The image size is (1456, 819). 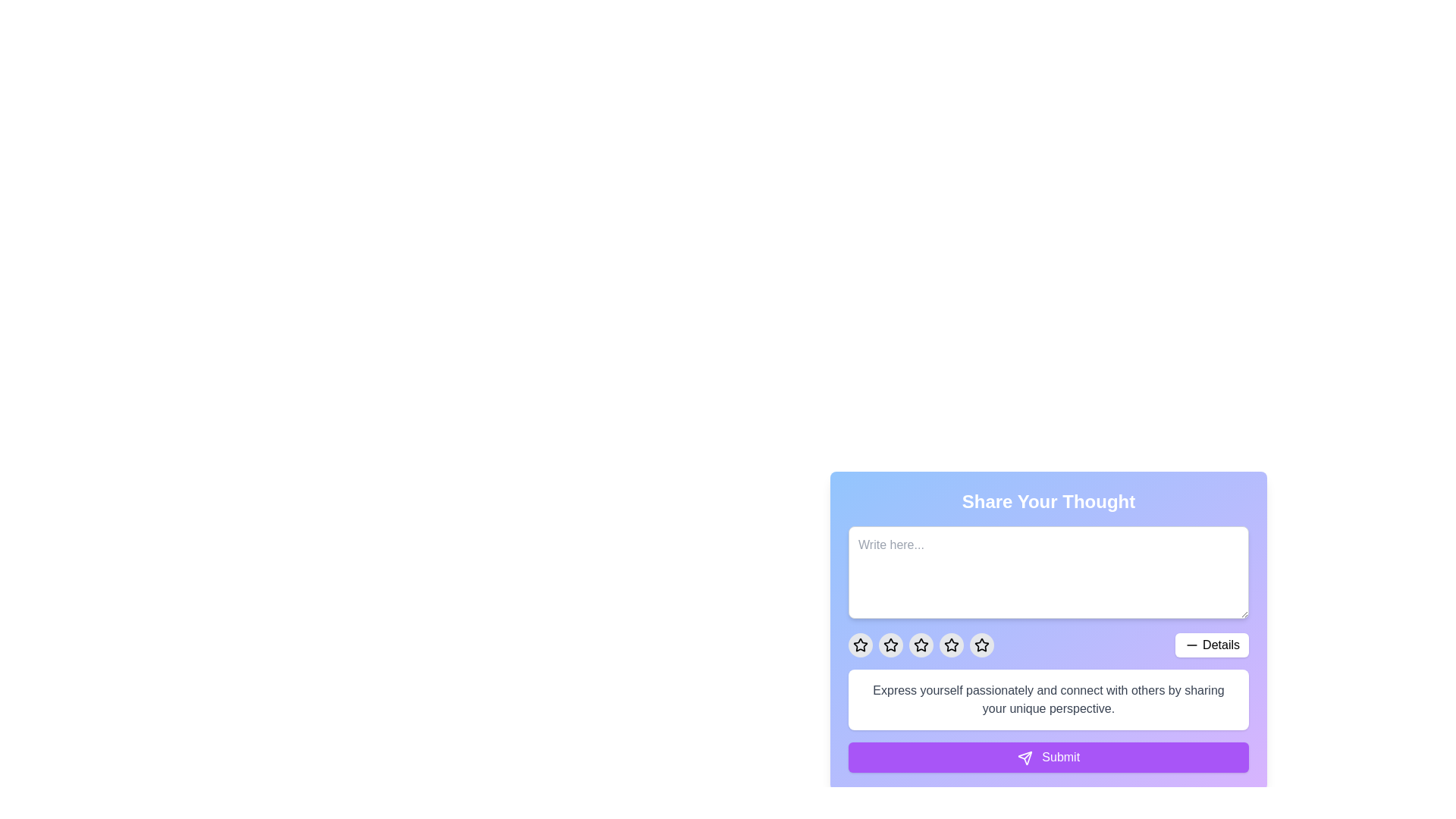 I want to click on the second star in the interactive rating button row, so click(x=891, y=645).